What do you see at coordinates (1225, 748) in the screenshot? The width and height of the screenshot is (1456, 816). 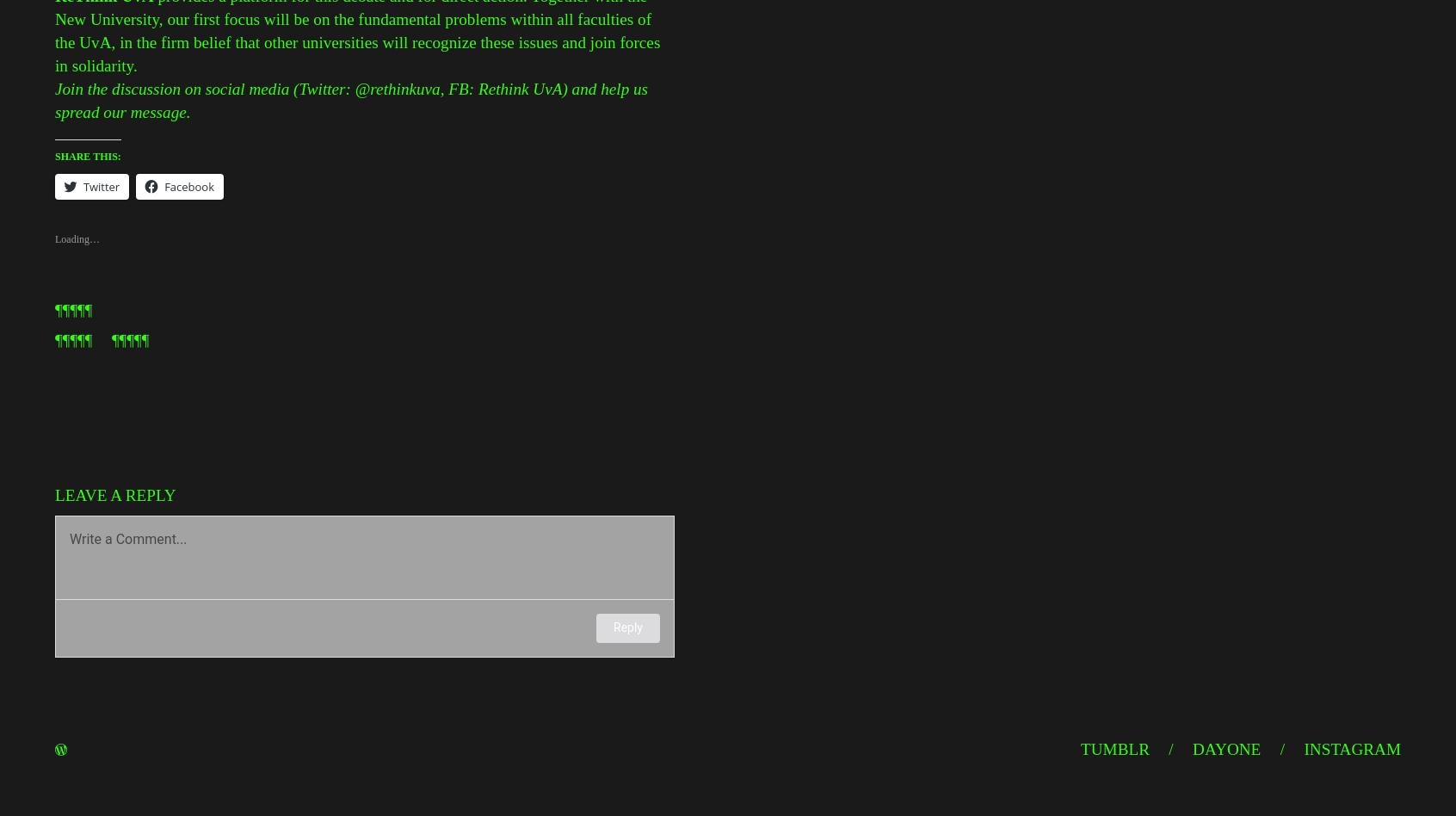 I see `'DayOne'` at bounding box center [1225, 748].